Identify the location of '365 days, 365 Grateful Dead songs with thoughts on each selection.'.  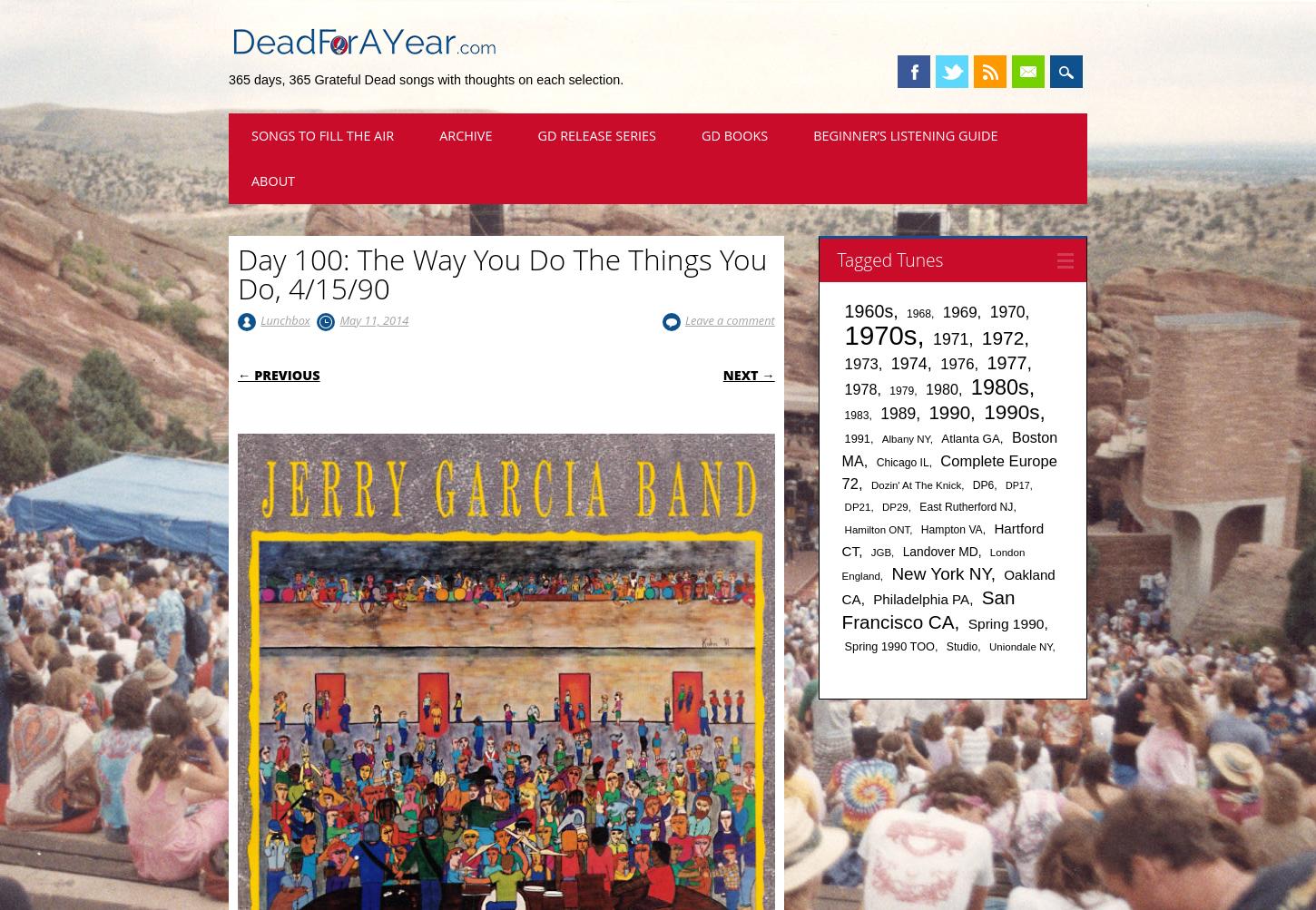
(425, 79).